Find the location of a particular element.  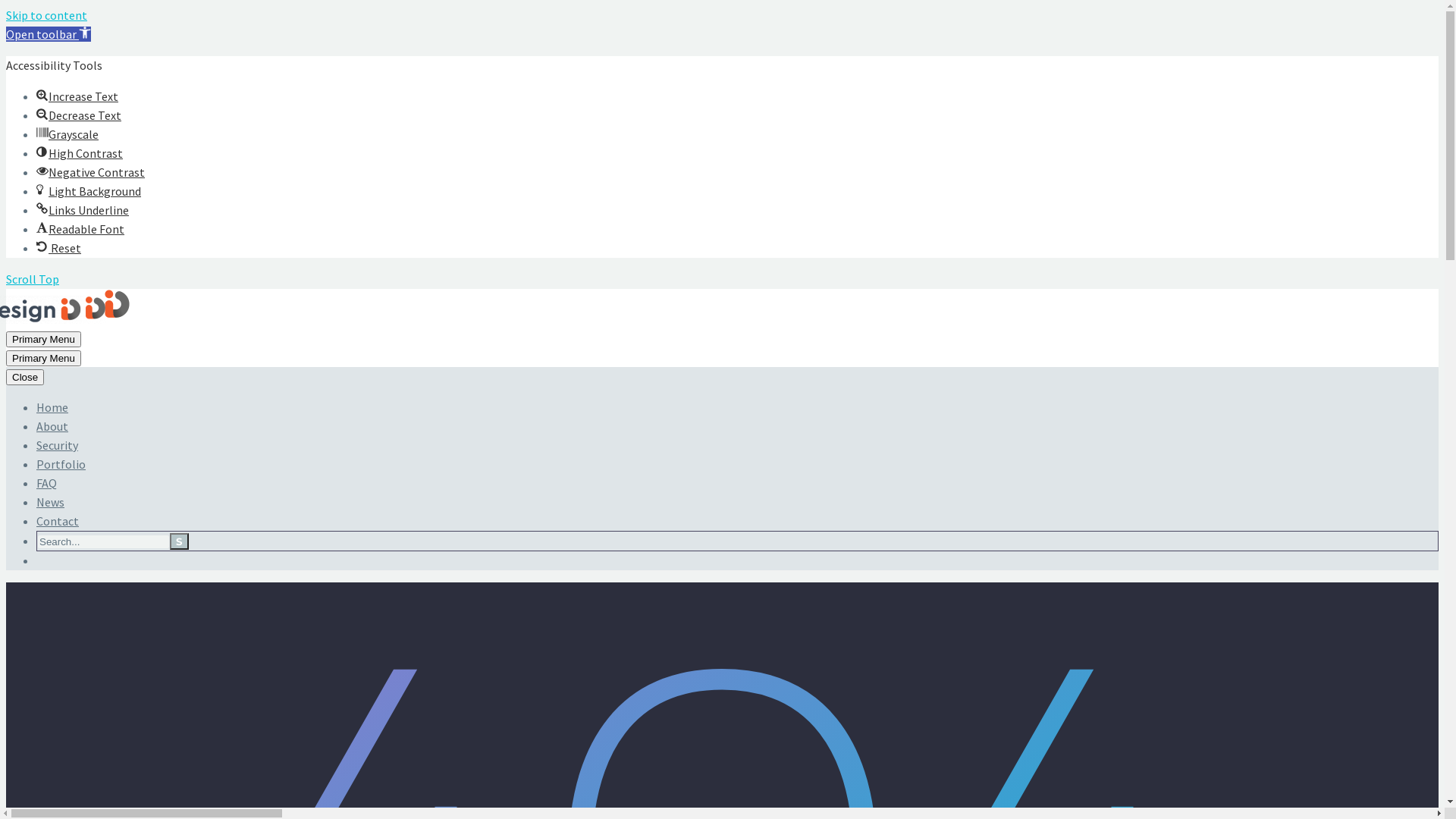

'News' is located at coordinates (36, 502).